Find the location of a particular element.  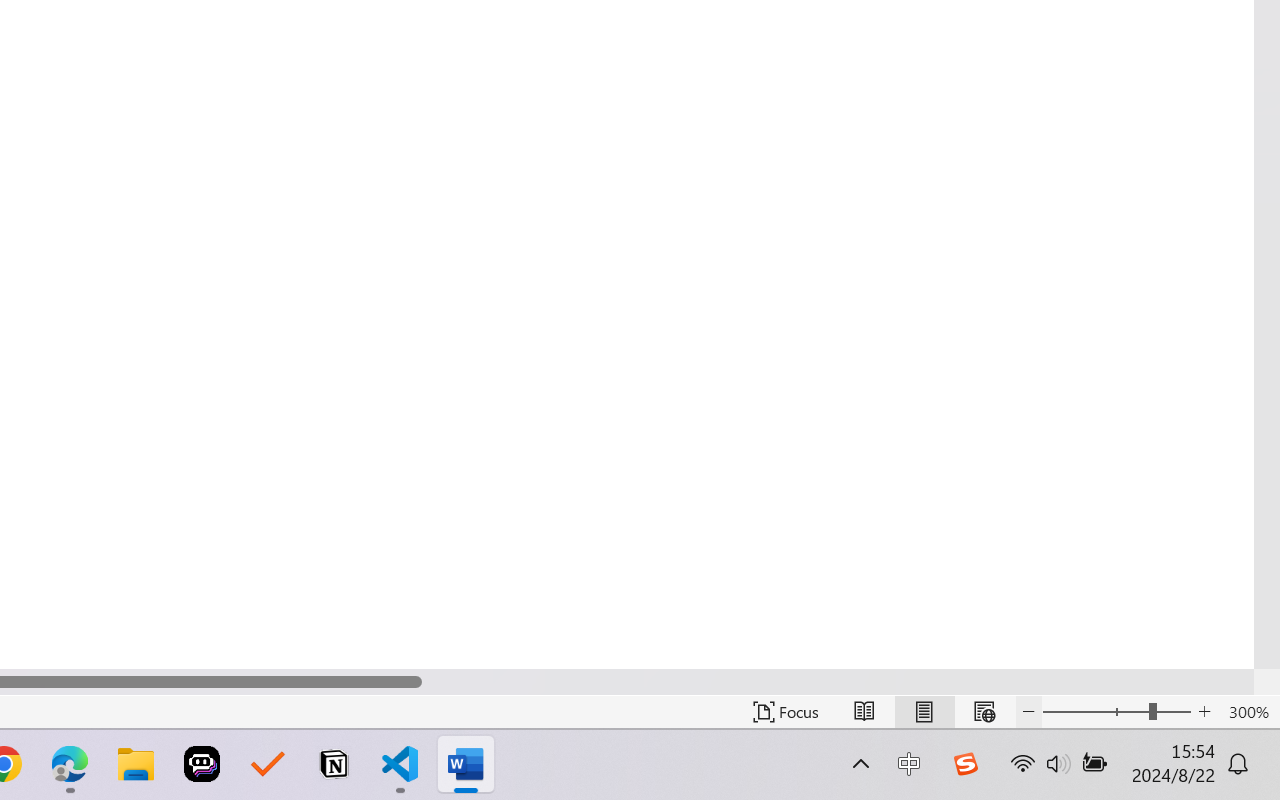

'Zoom Out' is located at coordinates (1094, 711).